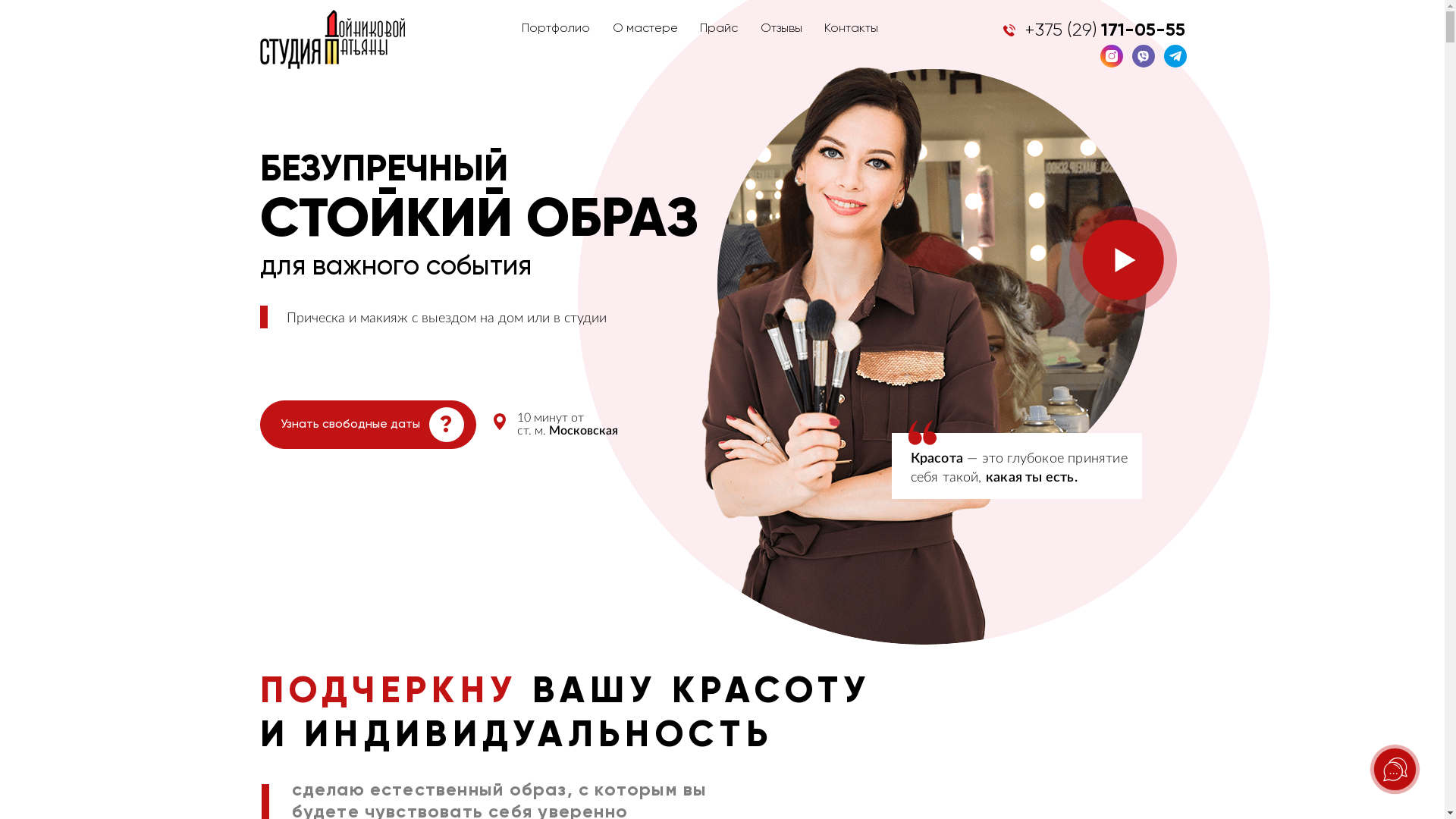 Image resolution: width=1456 pixels, height=819 pixels. I want to click on 'Telegram', so click(1174, 55).